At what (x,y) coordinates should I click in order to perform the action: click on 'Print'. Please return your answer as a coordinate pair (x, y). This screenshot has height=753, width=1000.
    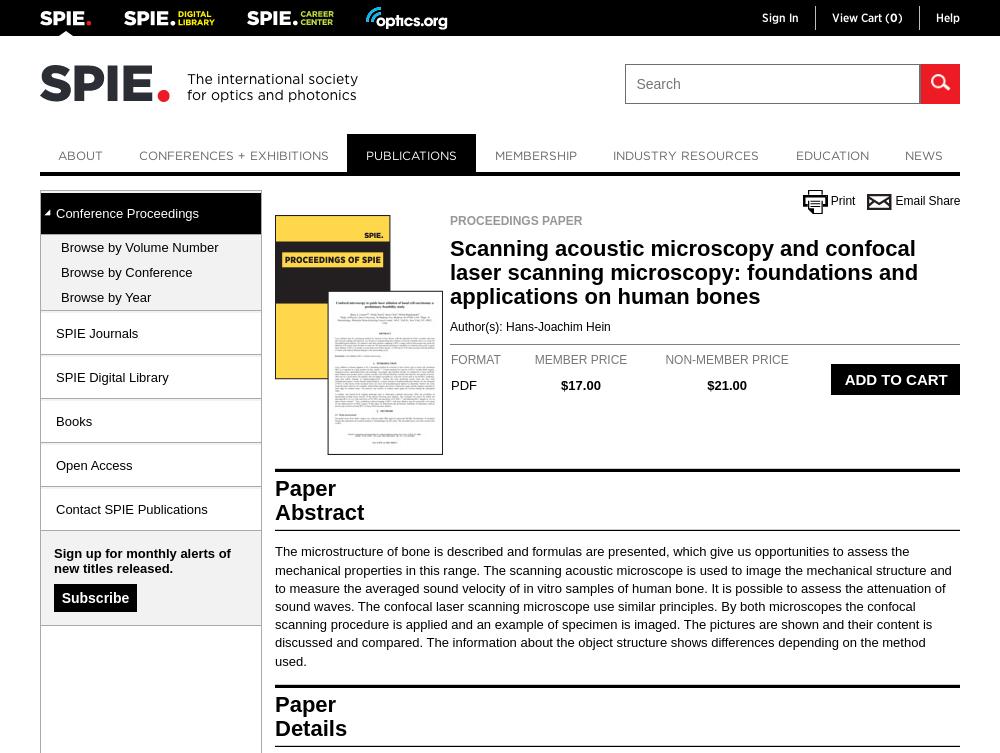
    Looking at the image, I should click on (829, 199).